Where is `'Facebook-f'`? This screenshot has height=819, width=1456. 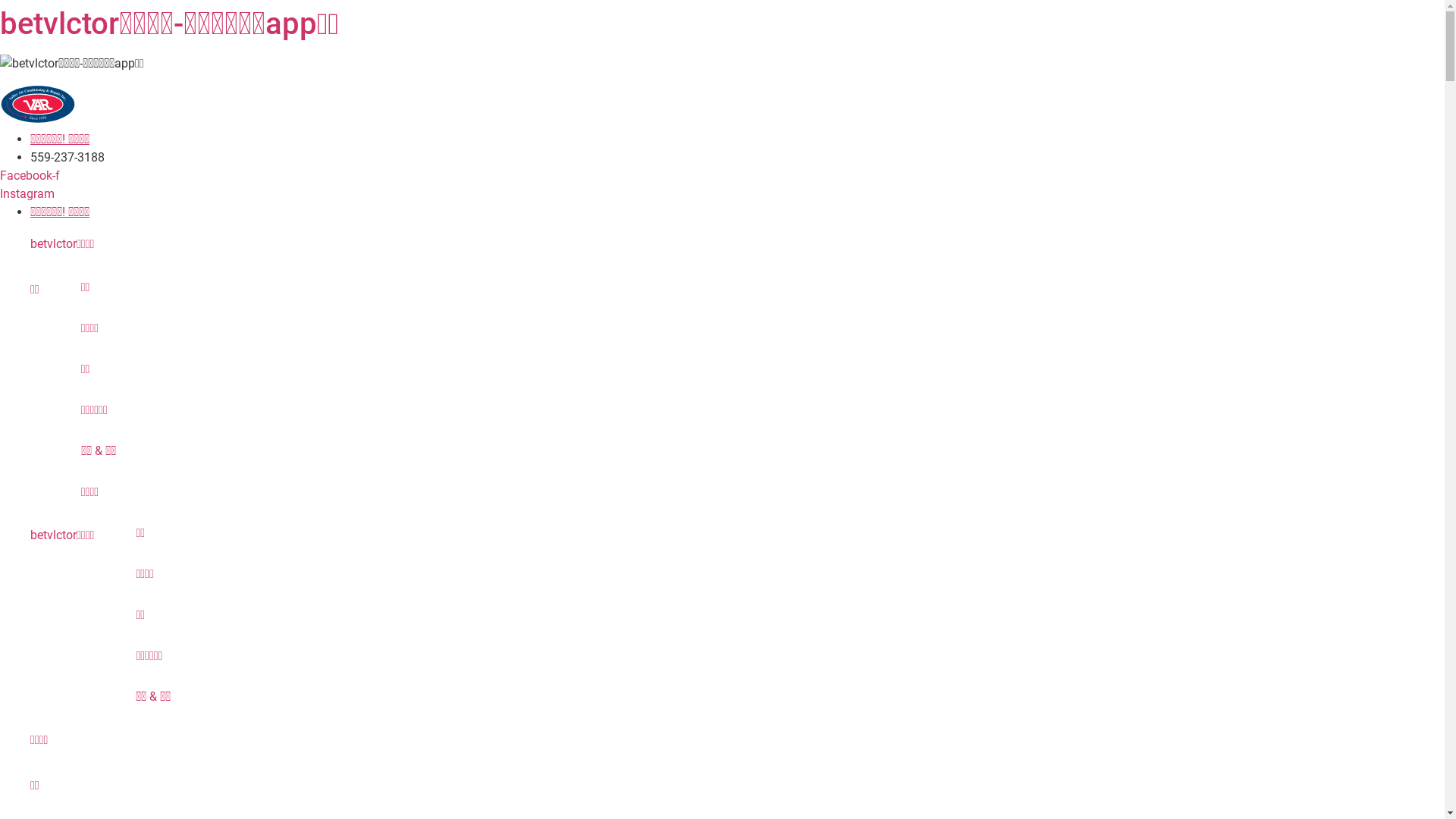 'Facebook-f' is located at coordinates (0, 174).